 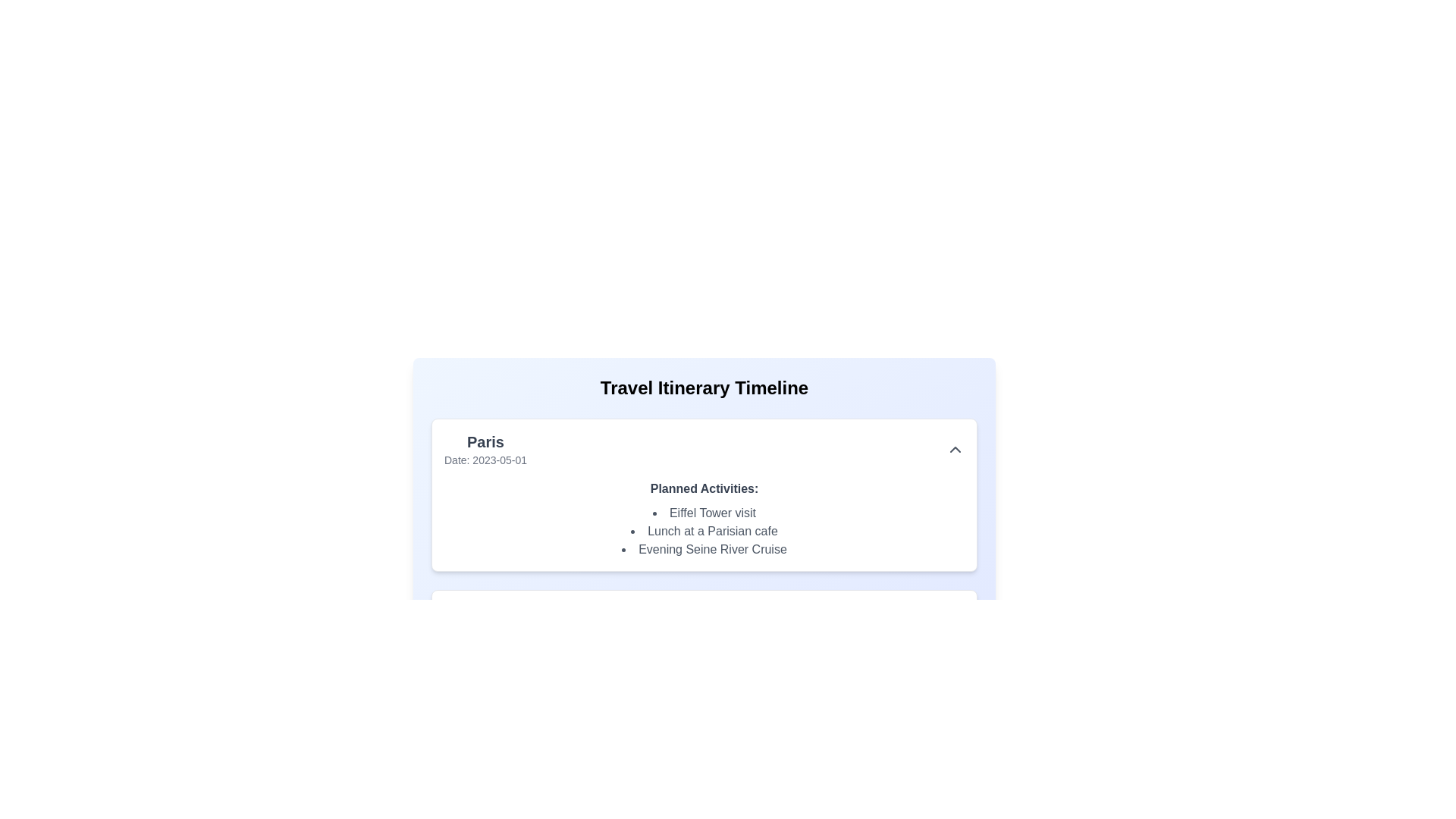 I want to click on the informational block labeled 'Travel Itinerary Timeline' which includes the subsection for 'Paris' and its planned activities, so click(x=704, y=554).